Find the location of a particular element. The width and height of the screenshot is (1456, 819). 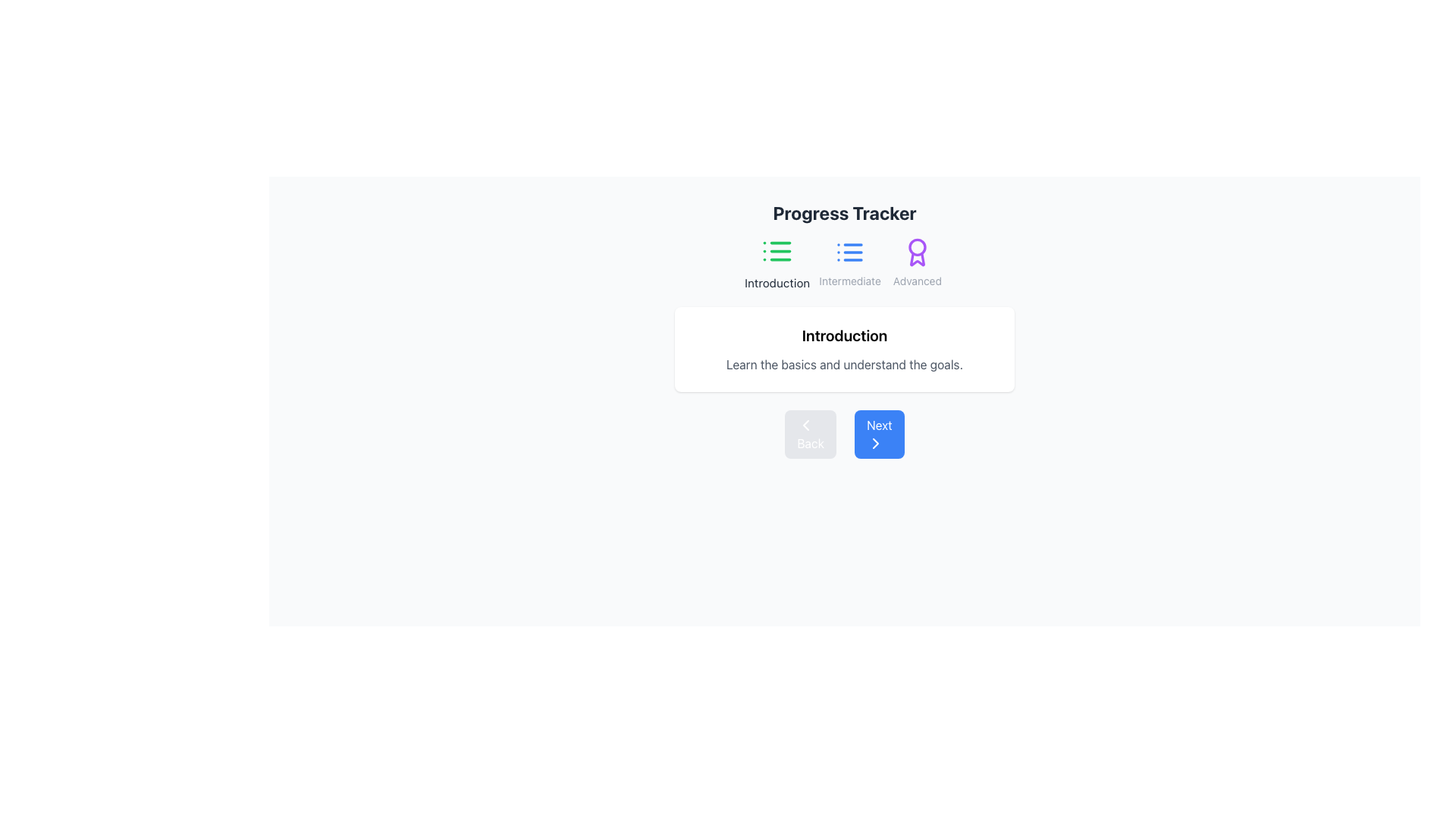

the selectable progress tracker step labeled 'Intermediate', which features a blue icon resembling a list structure above the light gray text is located at coordinates (850, 262).